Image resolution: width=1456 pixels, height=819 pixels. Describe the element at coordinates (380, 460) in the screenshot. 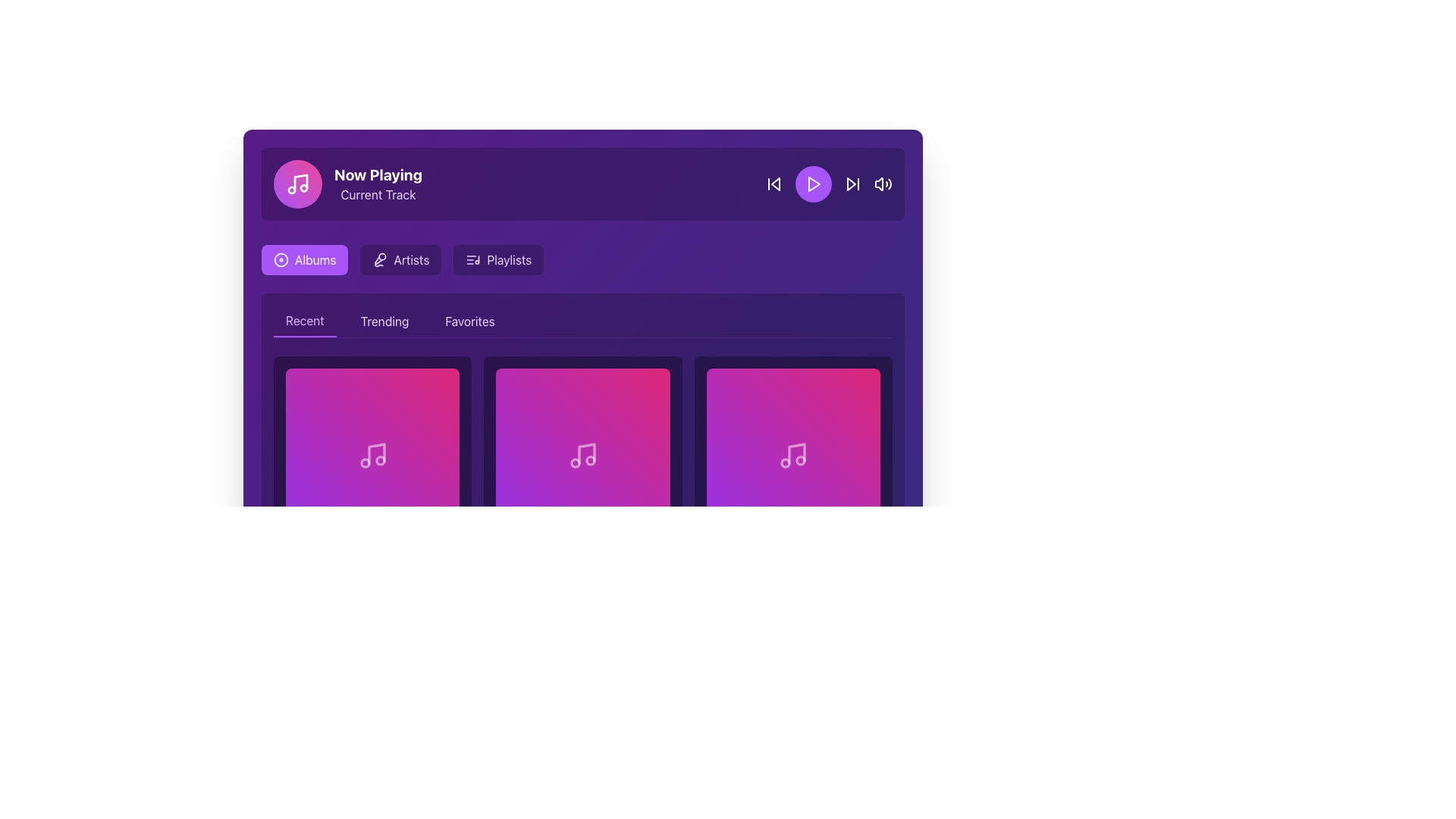

I see `the small circular graphical element located within the music-related icon, positioned to the right of another similar circular element` at that location.